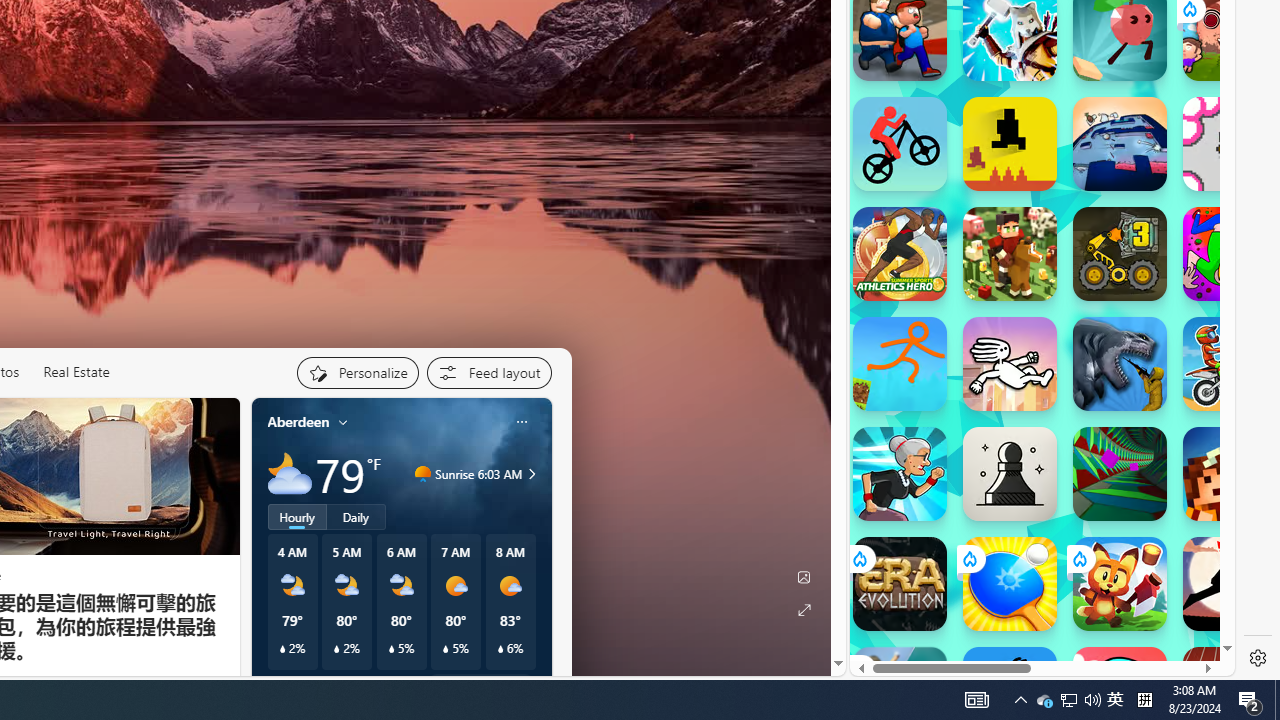  What do you see at coordinates (898, 253) in the screenshot?
I see `'Athletics Hero Athletics Hero'` at bounding box center [898, 253].